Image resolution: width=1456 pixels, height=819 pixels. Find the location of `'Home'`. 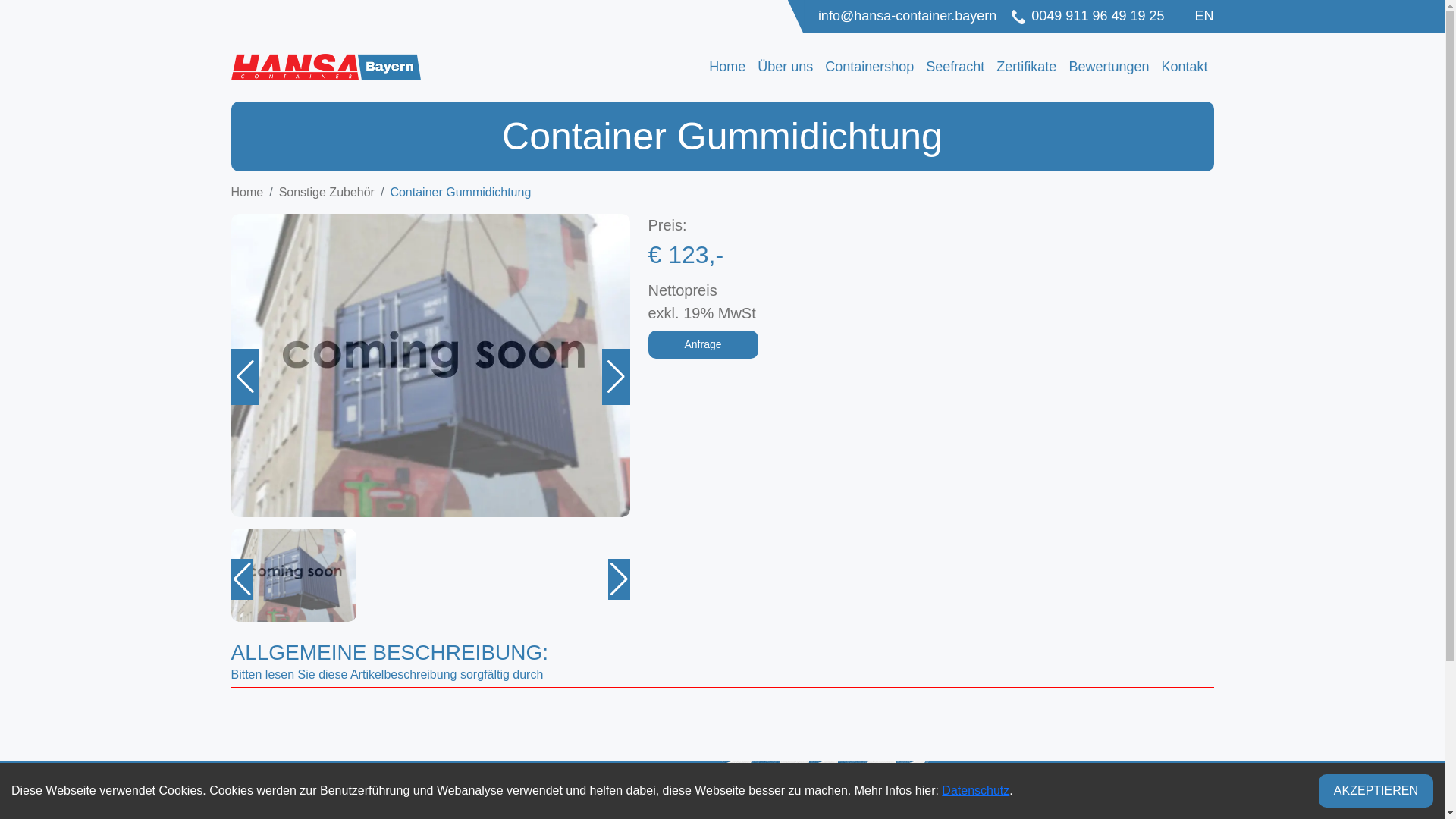

'Home' is located at coordinates (229, 191).